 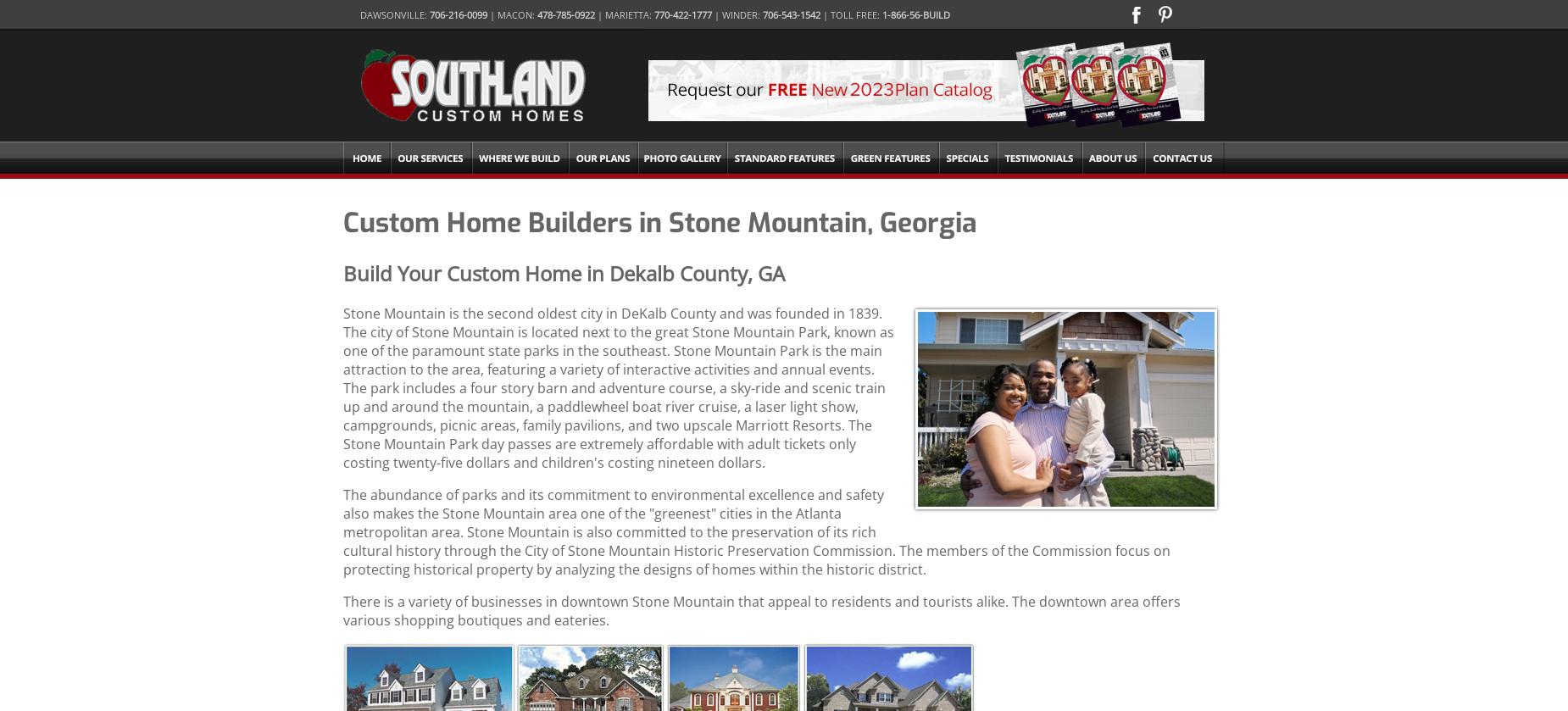 I want to click on '706-543-1542', so click(x=791, y=14).